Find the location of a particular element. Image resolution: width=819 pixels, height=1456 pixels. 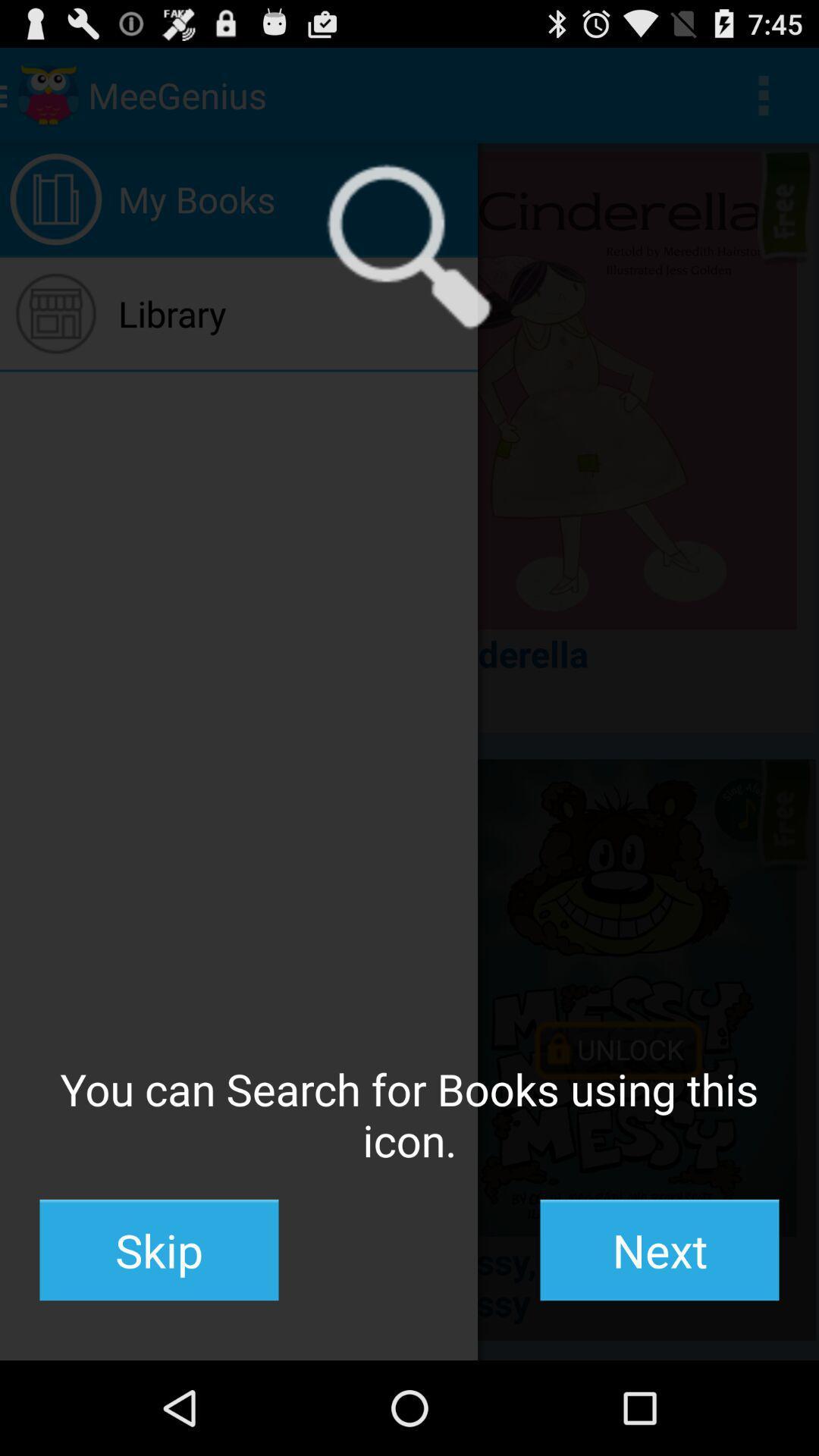

the app below the you can search app is located at coordinates (158, 1250).